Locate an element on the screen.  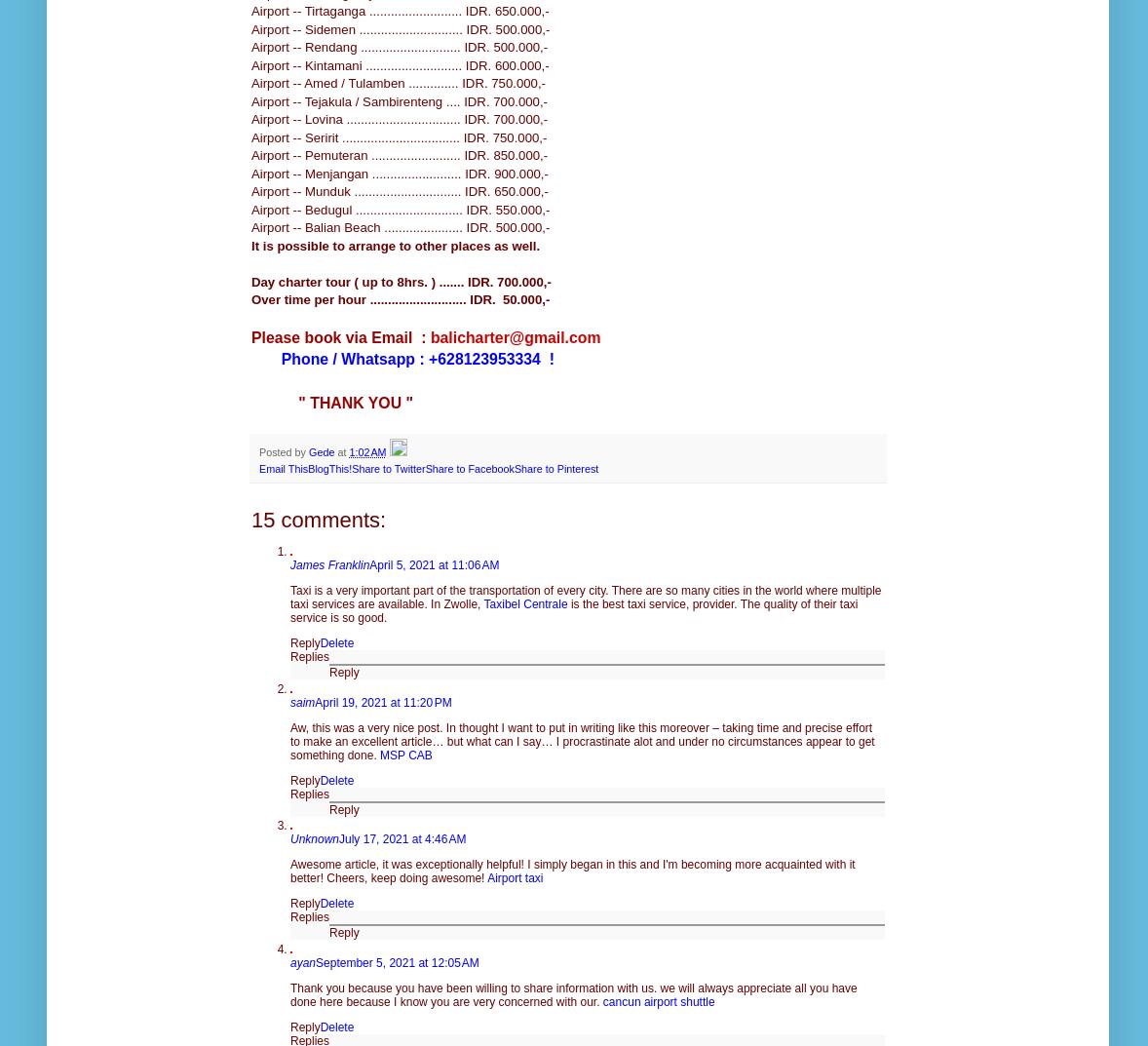
'Gede' is located at coordinates (321, 450).